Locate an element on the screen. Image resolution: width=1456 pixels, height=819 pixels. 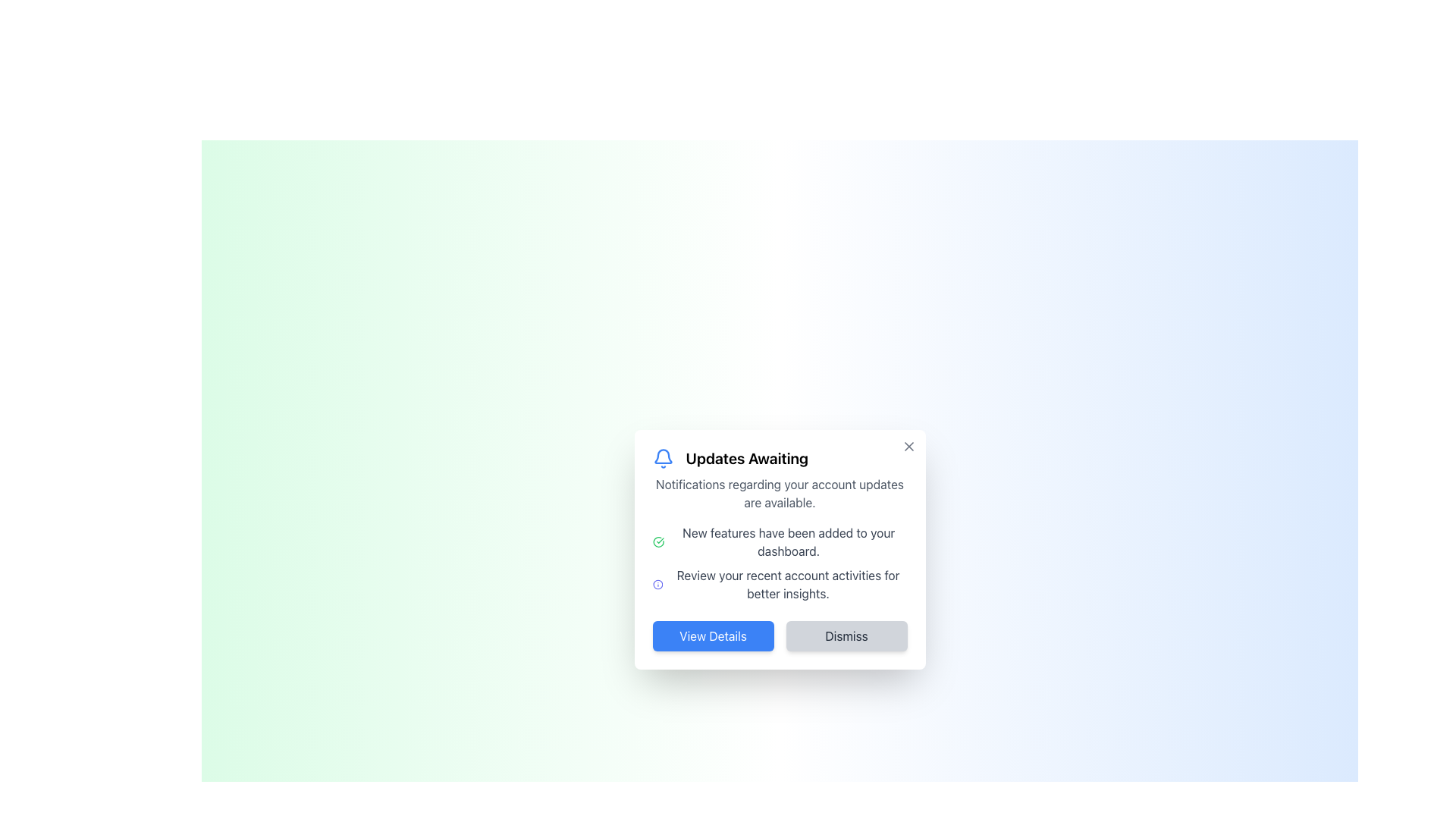
the static text label that is styled with a smaller font size and gray color, located below the heading 'Updates Awaiting' and above additional feature descriptions is located at coordinates (780, 494).